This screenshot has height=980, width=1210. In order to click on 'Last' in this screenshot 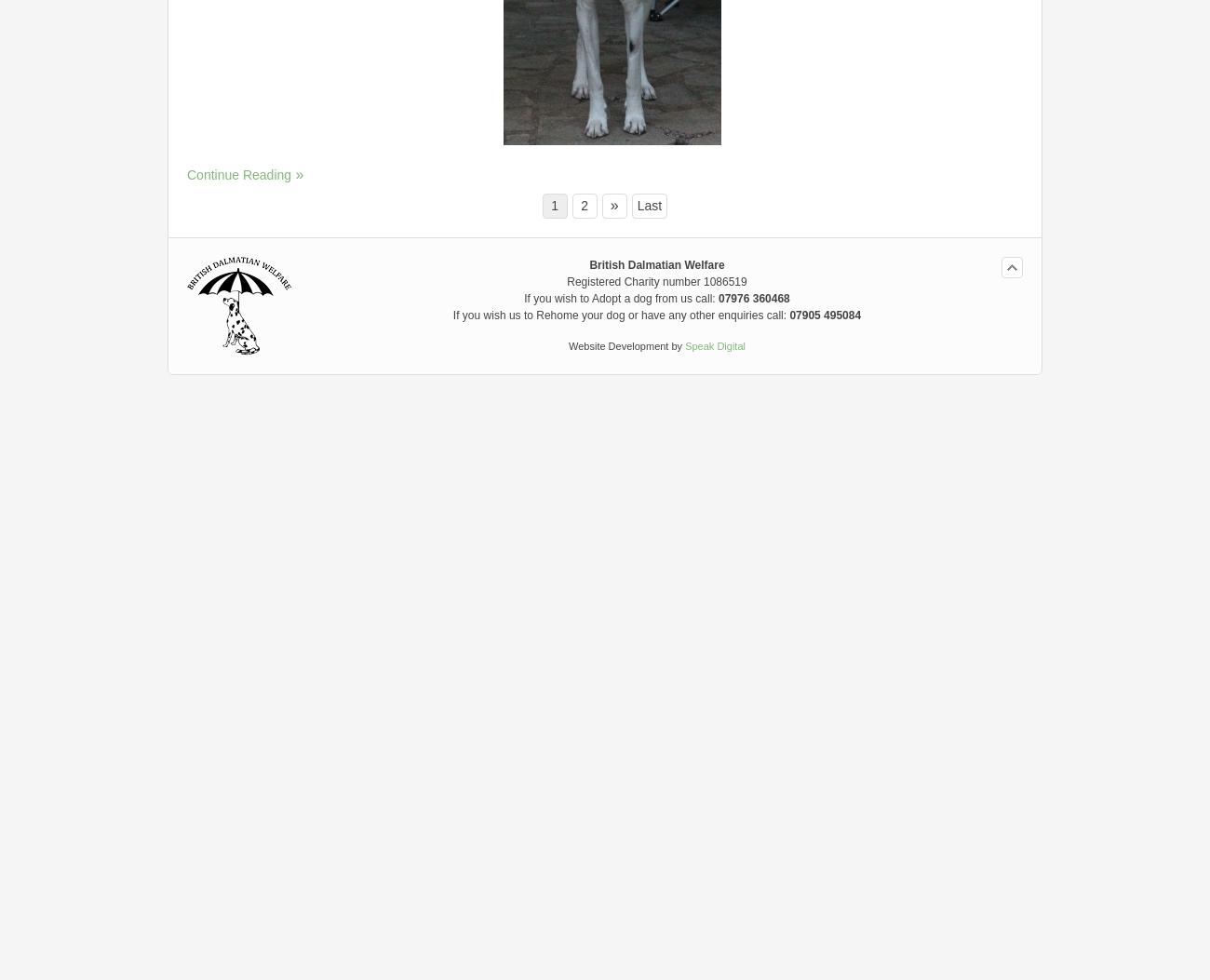, I will do `click(636, 204)`.